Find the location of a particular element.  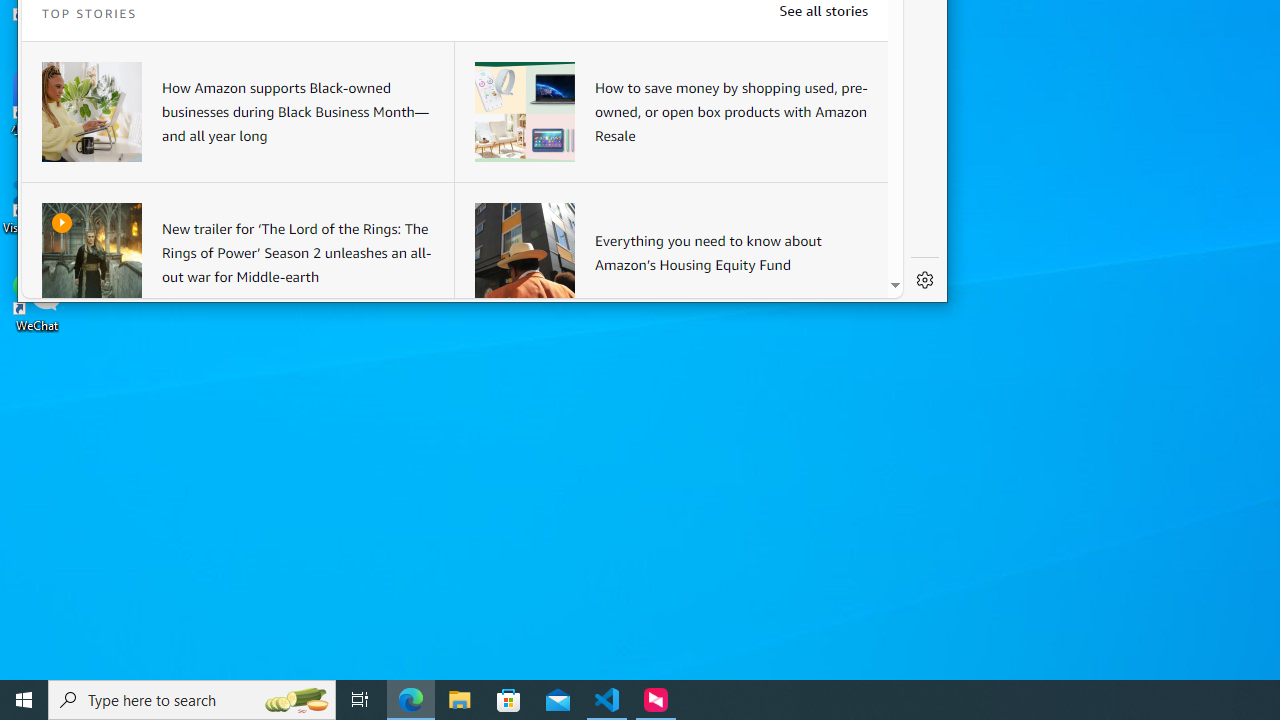

'See all stories' is located at coordinates (823, 10).